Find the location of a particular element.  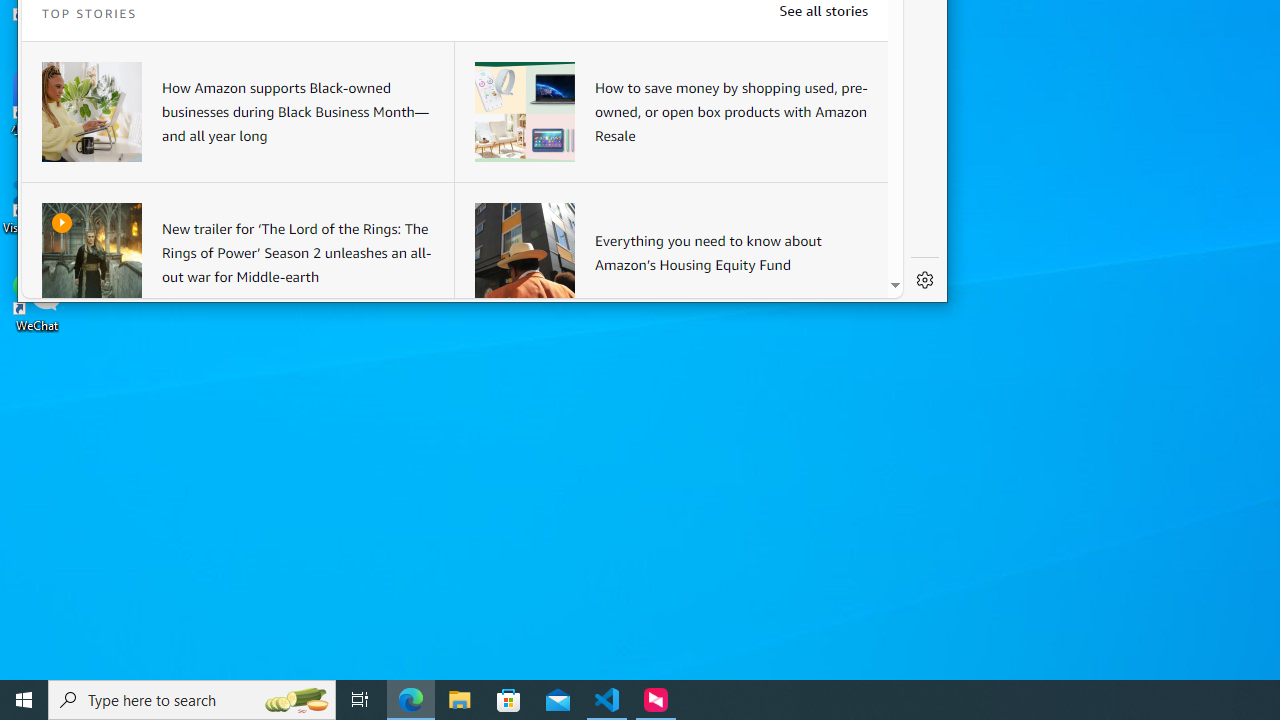

'See all stories' is located at coordinates (823, 10).